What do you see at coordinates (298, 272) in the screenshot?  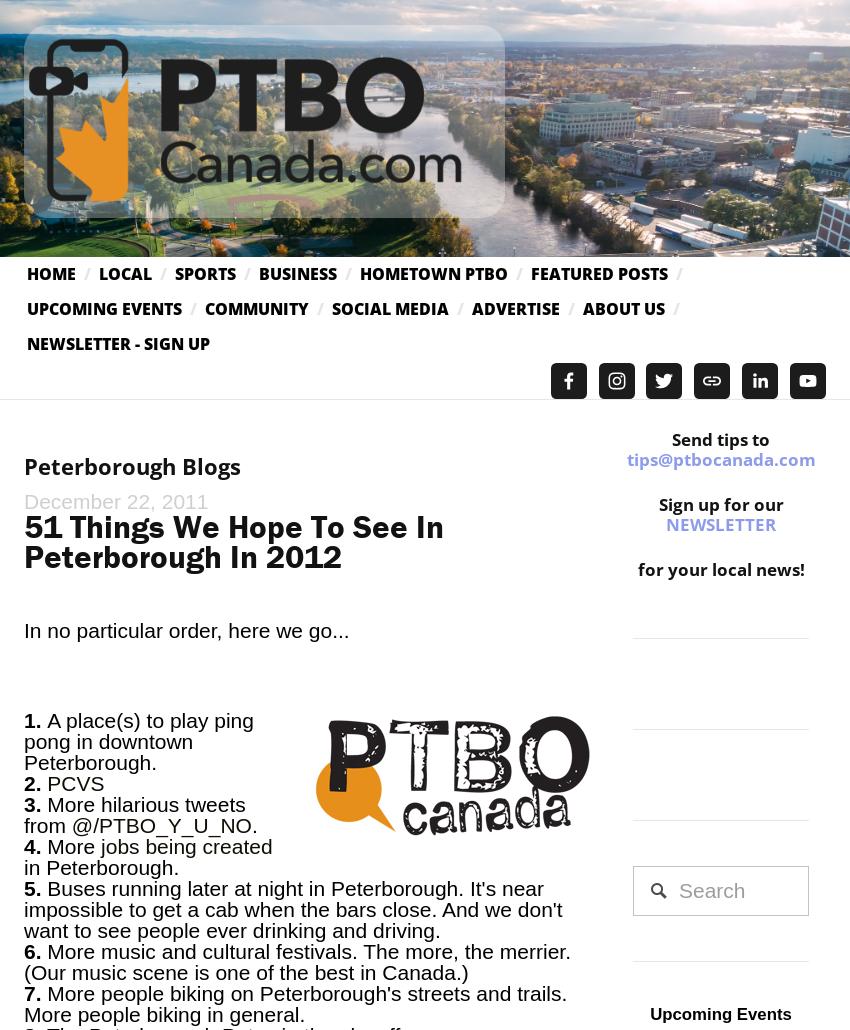 I see `'Business'` at bounding box center [298, 272].